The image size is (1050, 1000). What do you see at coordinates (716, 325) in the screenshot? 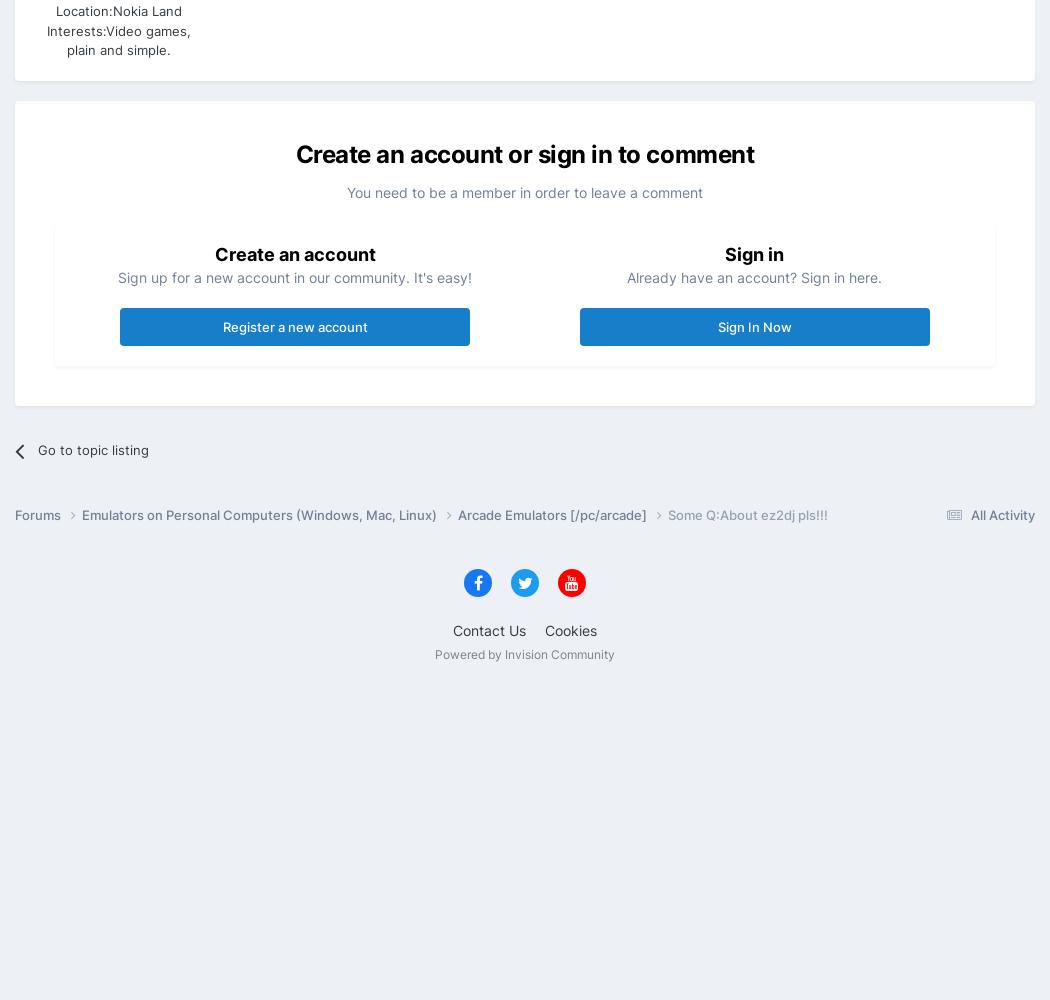
I see `'Sign In Now'` at bounding box center [716, 325].